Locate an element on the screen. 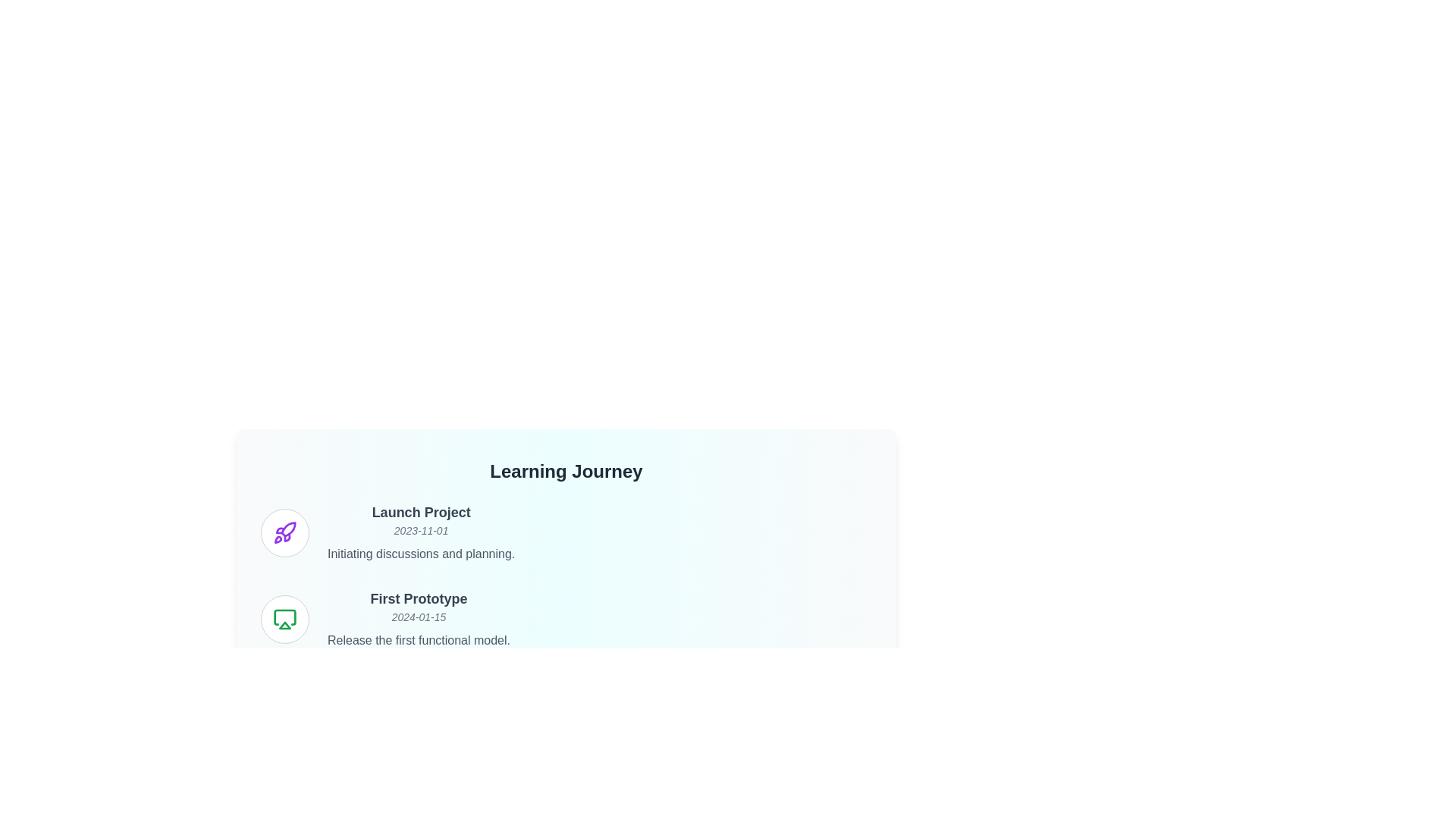  the timestamp text indicating the date '2023-11-01', which is positioned directly under the 'Launch Project' heading is located at coordinates (421, 529).